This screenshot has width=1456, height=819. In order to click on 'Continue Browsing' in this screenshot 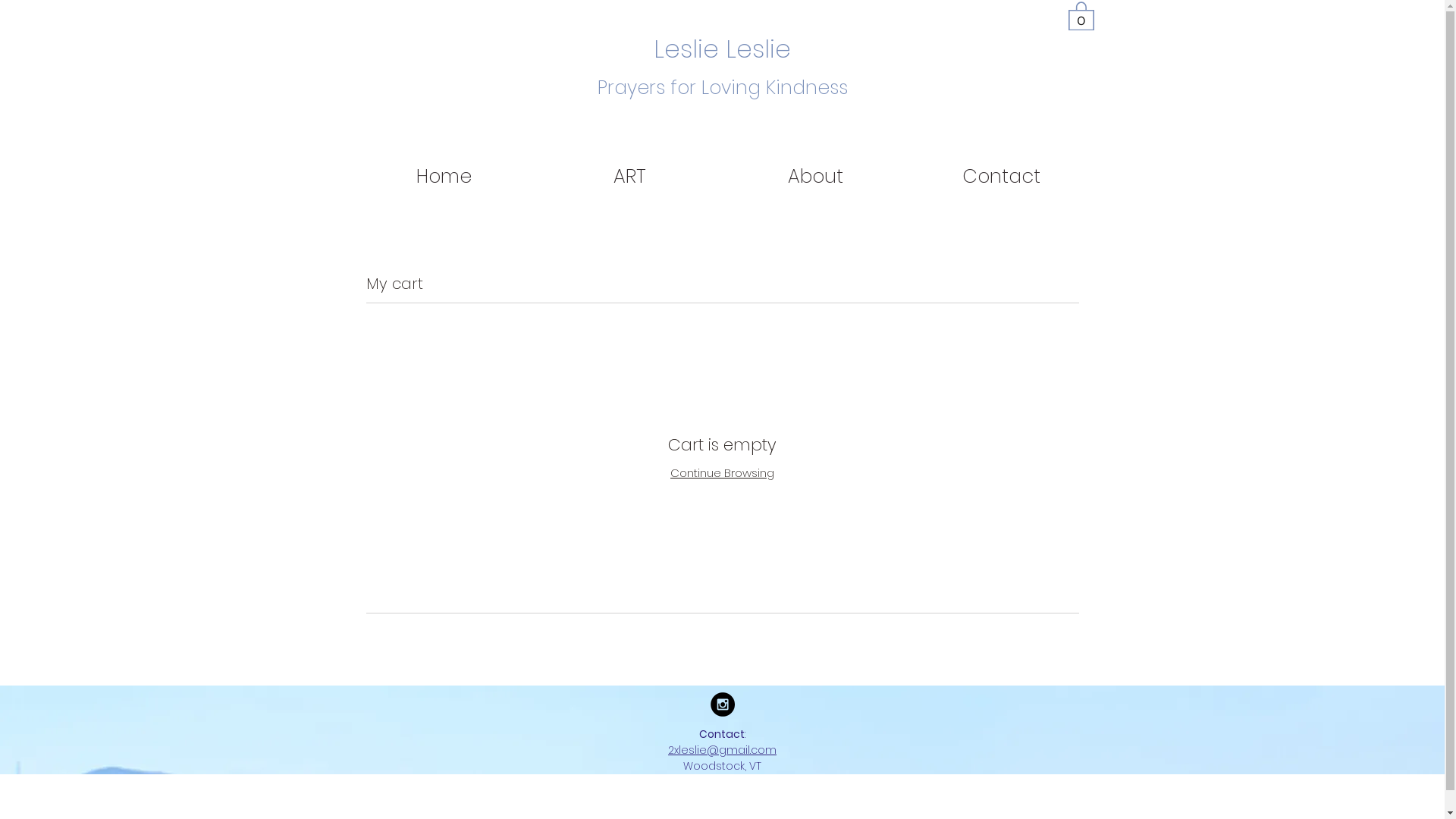, I will do `click(669, 472)`.